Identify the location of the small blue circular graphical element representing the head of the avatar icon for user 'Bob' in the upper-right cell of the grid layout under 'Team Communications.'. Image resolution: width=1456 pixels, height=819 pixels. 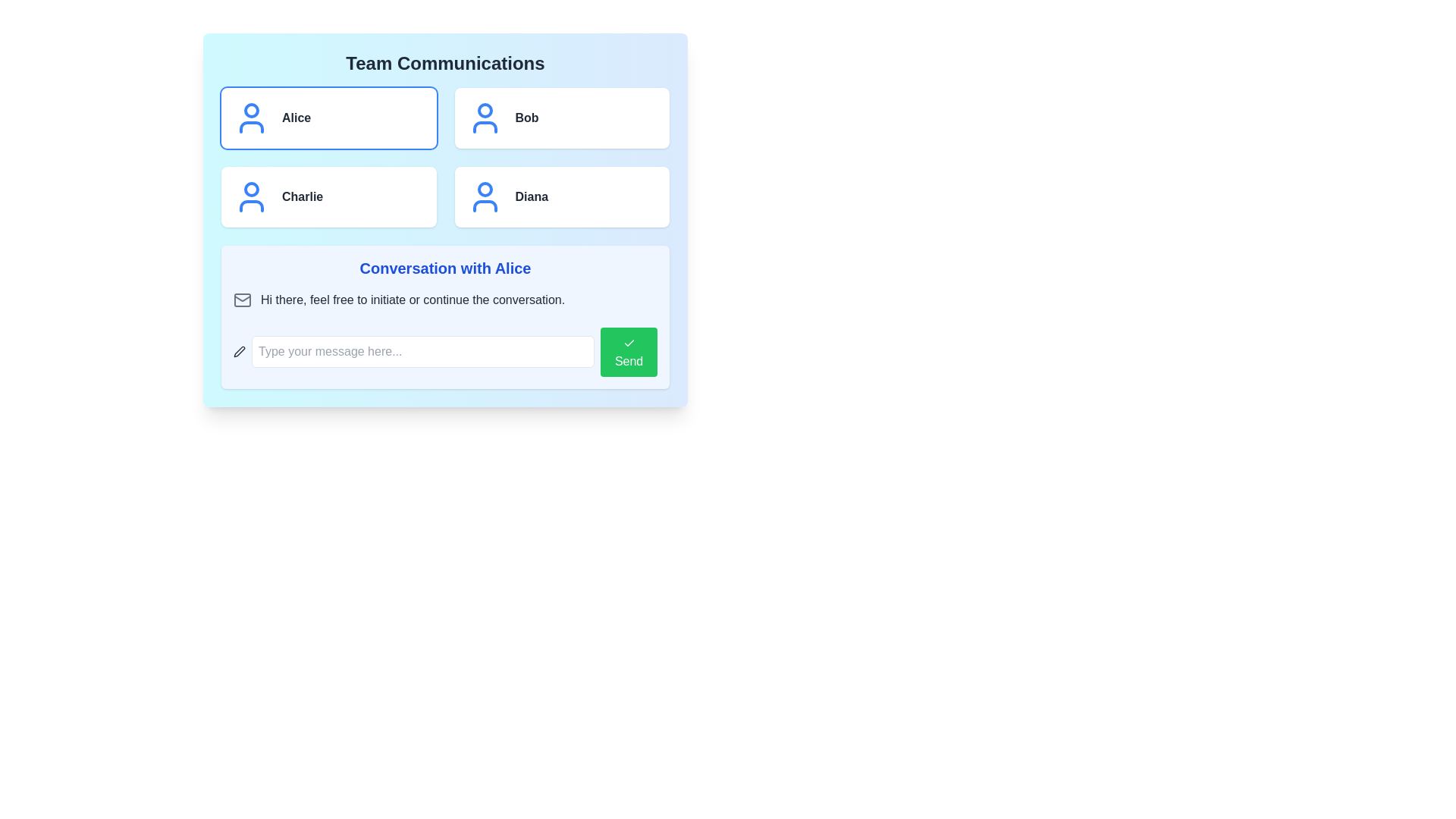
(484, 110).